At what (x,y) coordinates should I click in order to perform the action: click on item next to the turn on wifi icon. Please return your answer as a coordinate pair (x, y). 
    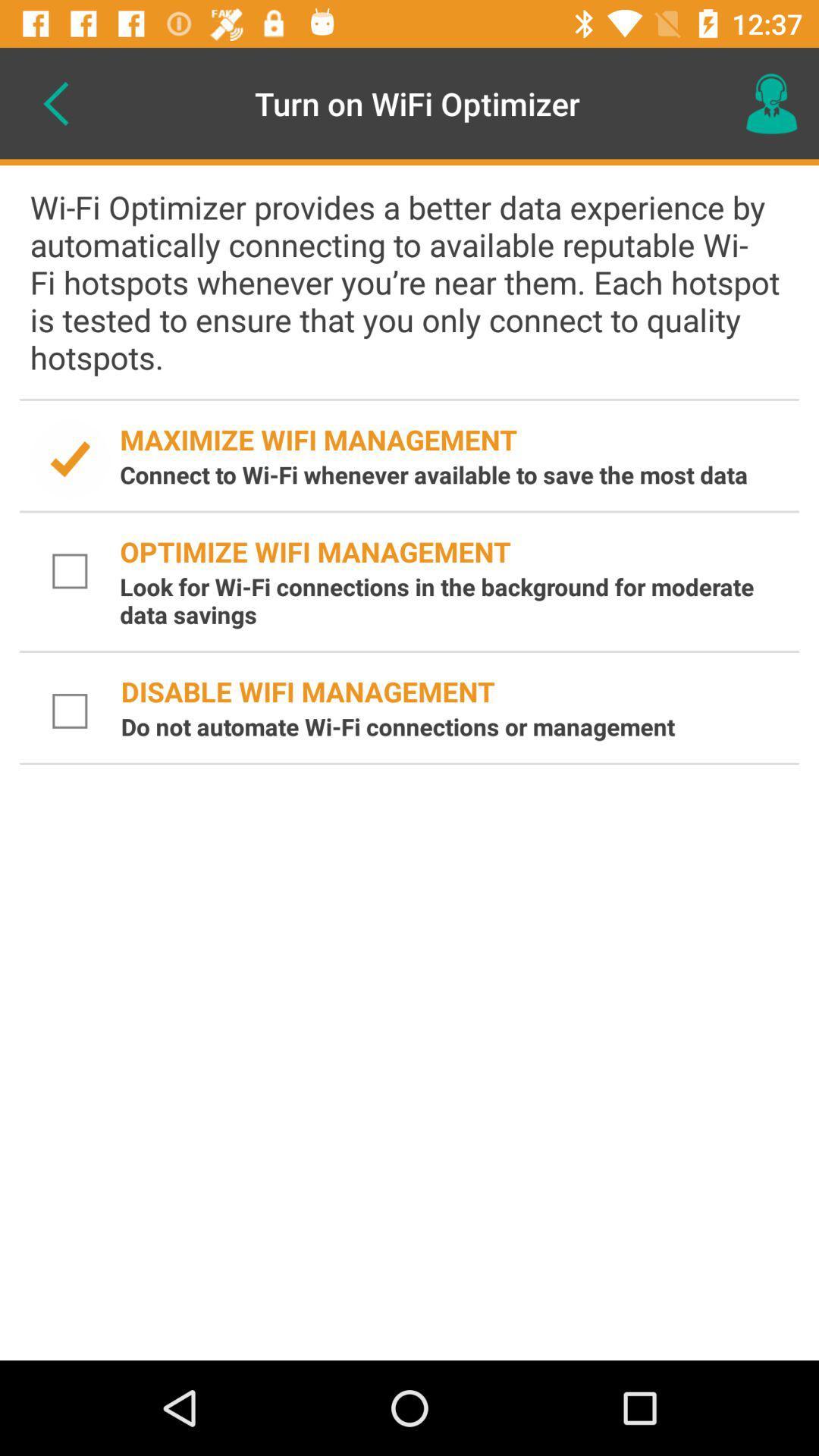
    Looking at the image, I should click on (55, 102).